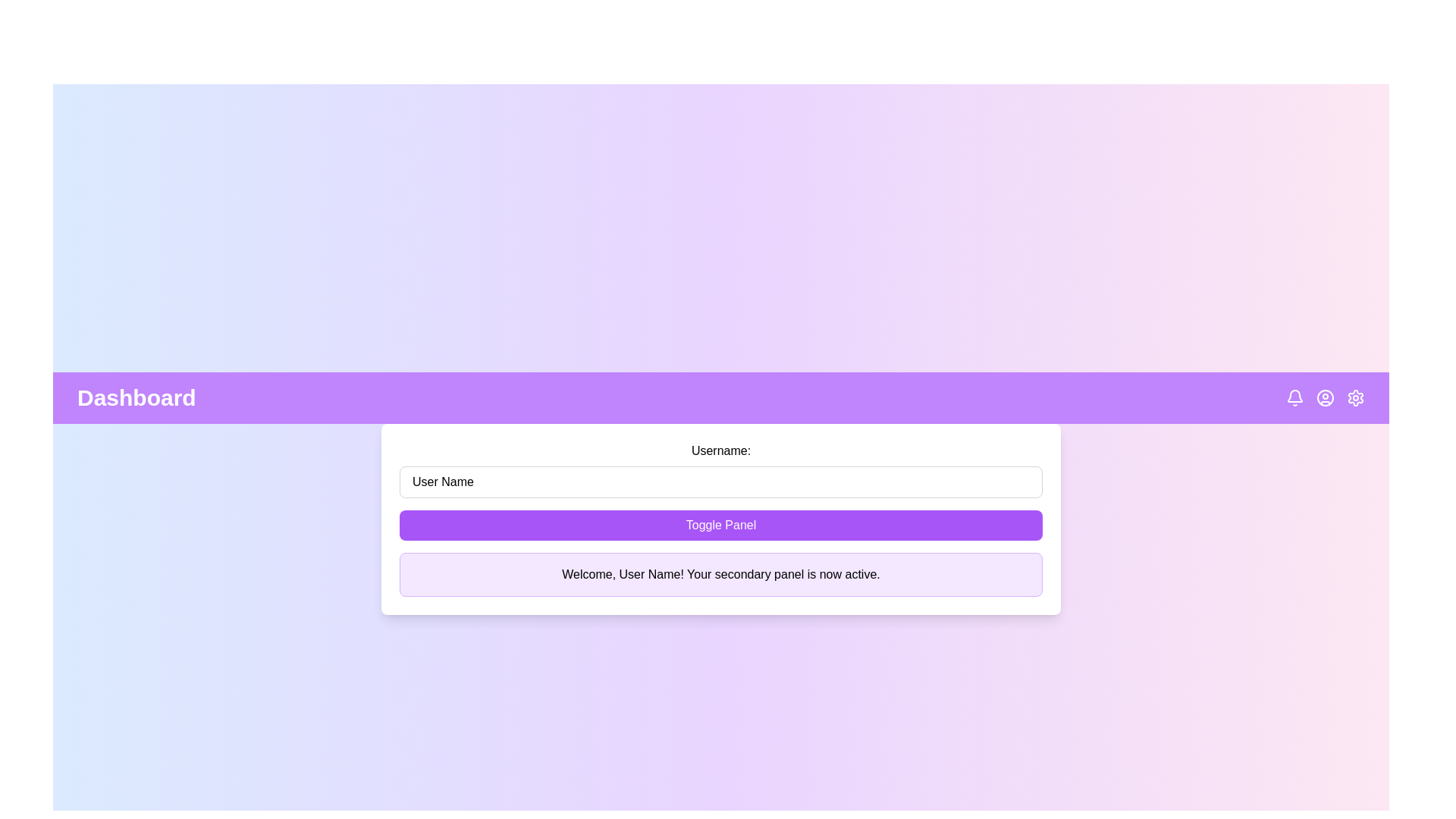  Describe the element at coordinates (720, 525) in the screenshot. I see `the 'Toggle Panel' button, which has a purple background and white text, located below the 'Username:' input field and above the welcome message` at that location.